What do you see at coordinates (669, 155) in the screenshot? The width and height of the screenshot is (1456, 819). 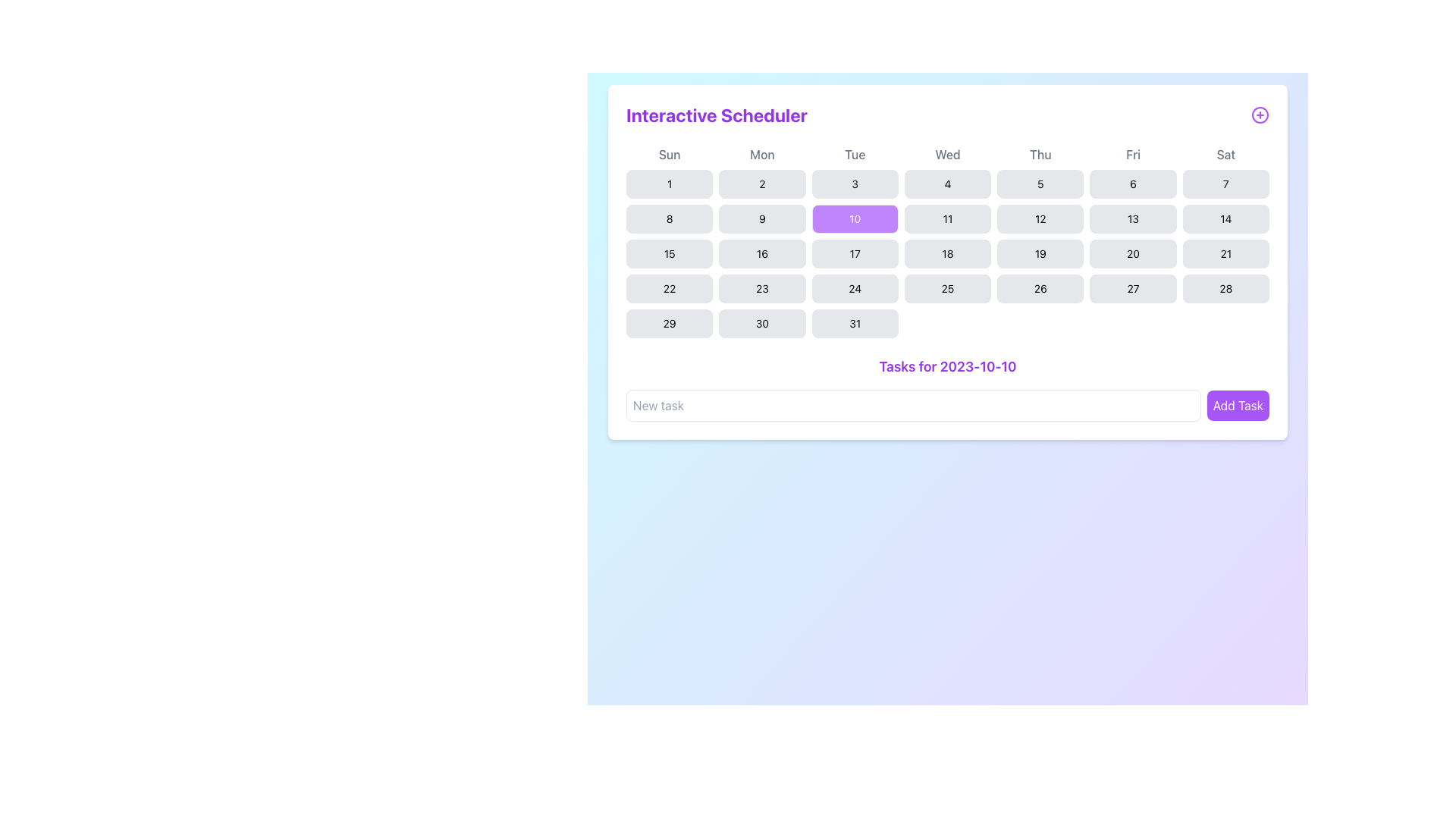 I see `the text label displaying 'Sun' in gray font, located at the top-left section of the calendar grid, above the numerical buttons for calendar dates` at bounding box center [669, 155].